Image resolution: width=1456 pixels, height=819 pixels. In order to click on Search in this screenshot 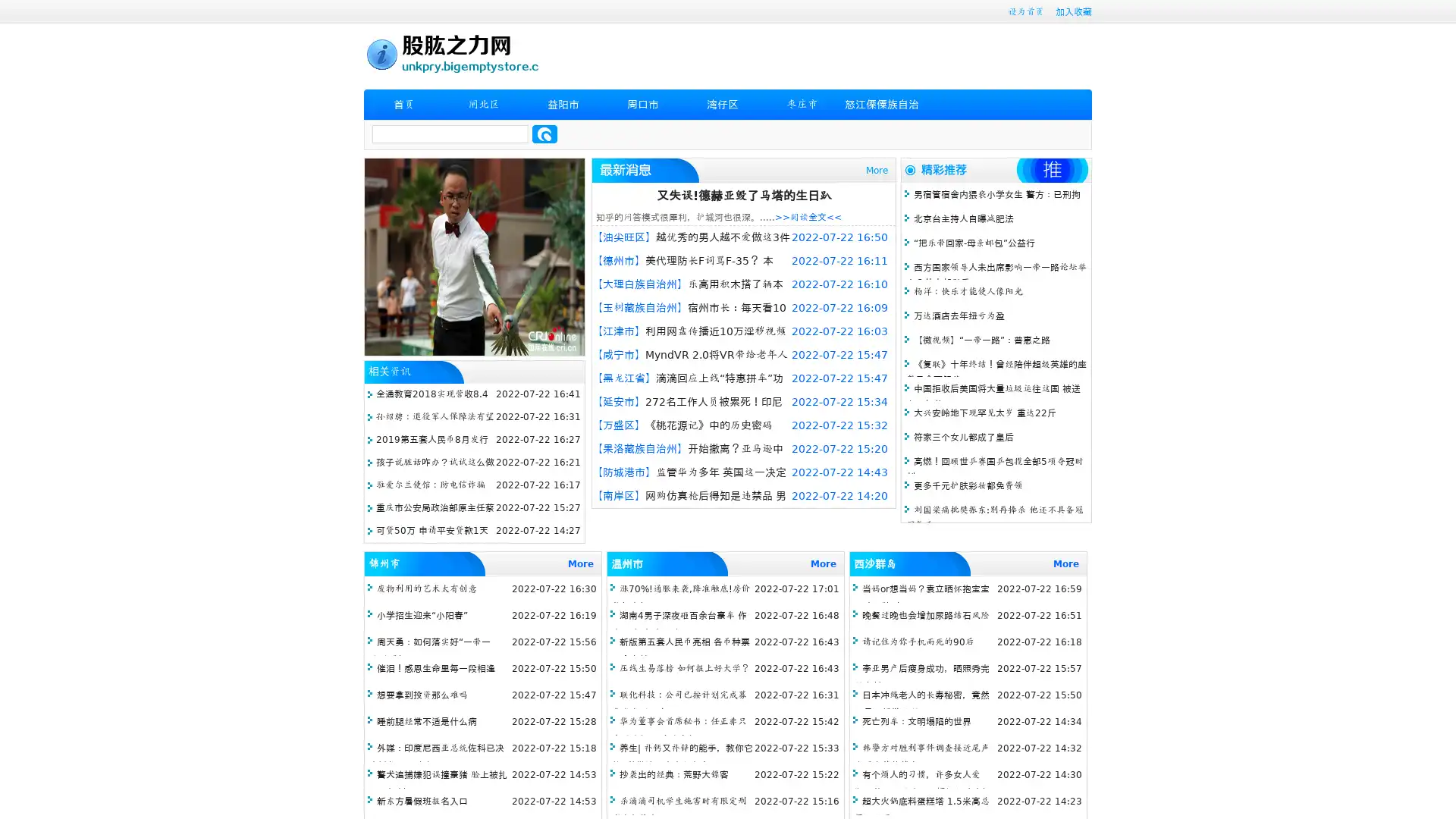, I will do `click(544, 133)`.